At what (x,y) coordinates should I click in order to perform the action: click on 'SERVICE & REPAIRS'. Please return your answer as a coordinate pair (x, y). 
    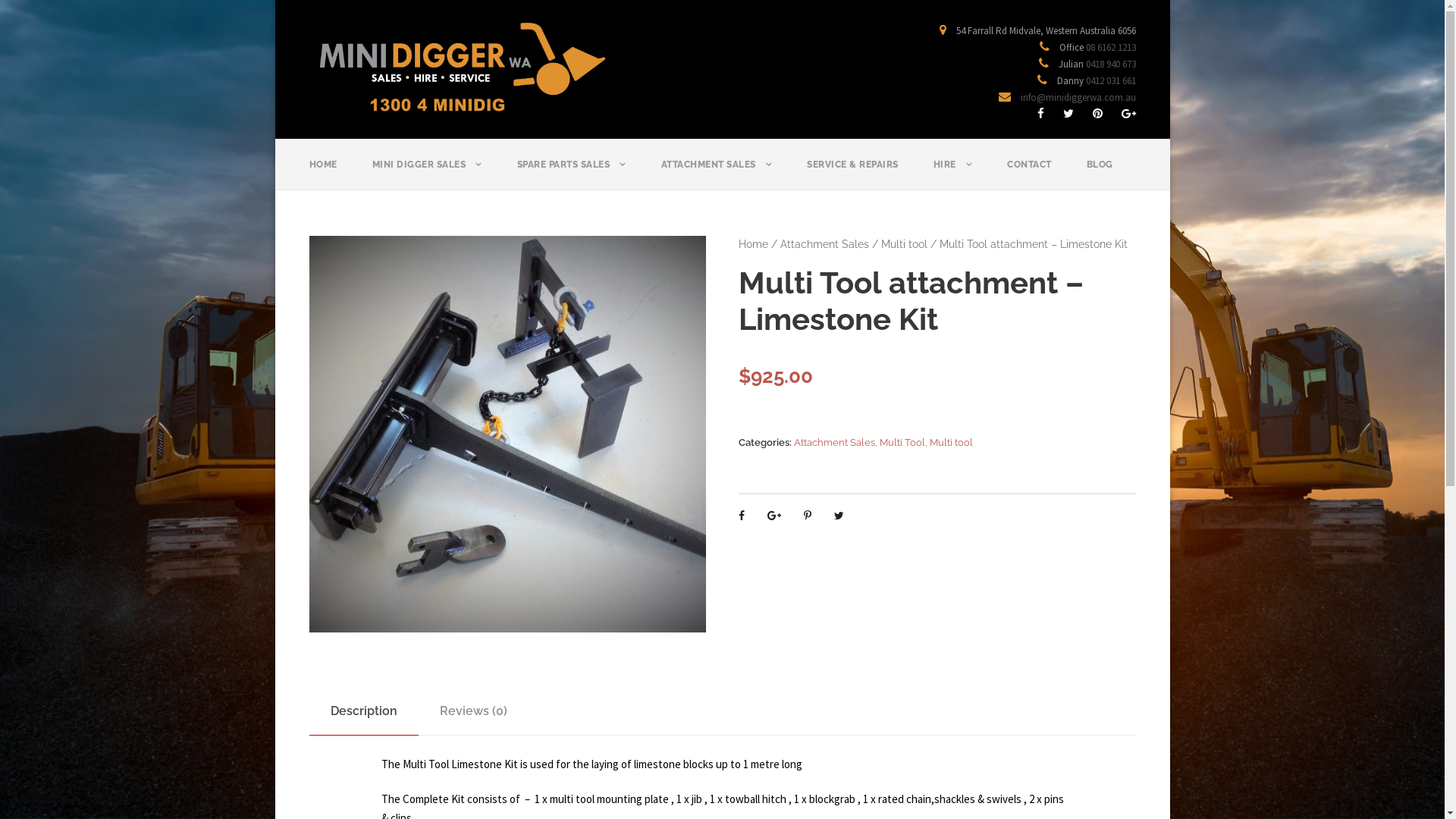
    Looking at the image, I should click on (852, 172).